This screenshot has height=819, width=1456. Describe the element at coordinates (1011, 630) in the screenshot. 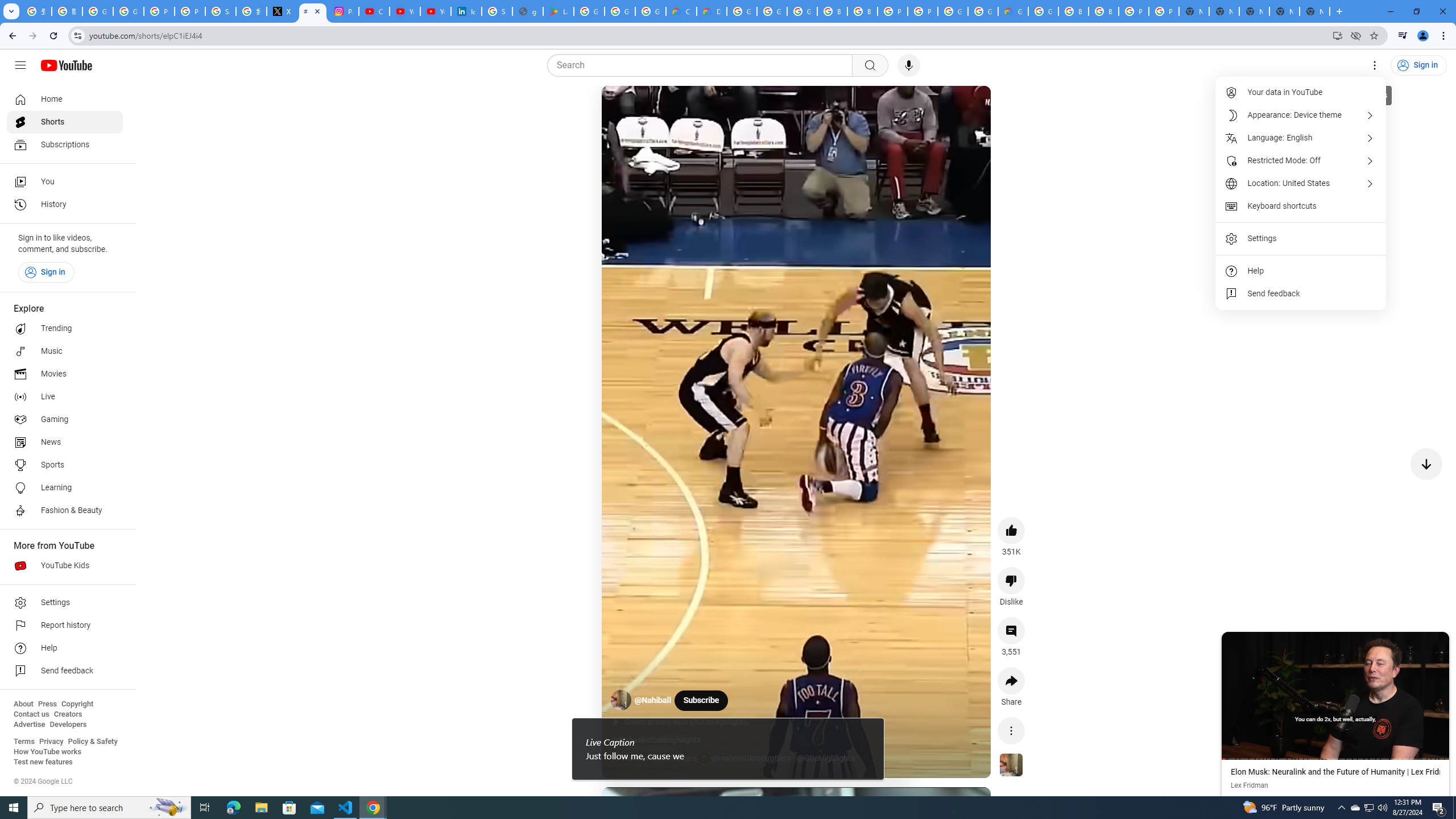

I see `'View 3,551 comments'` at that location.